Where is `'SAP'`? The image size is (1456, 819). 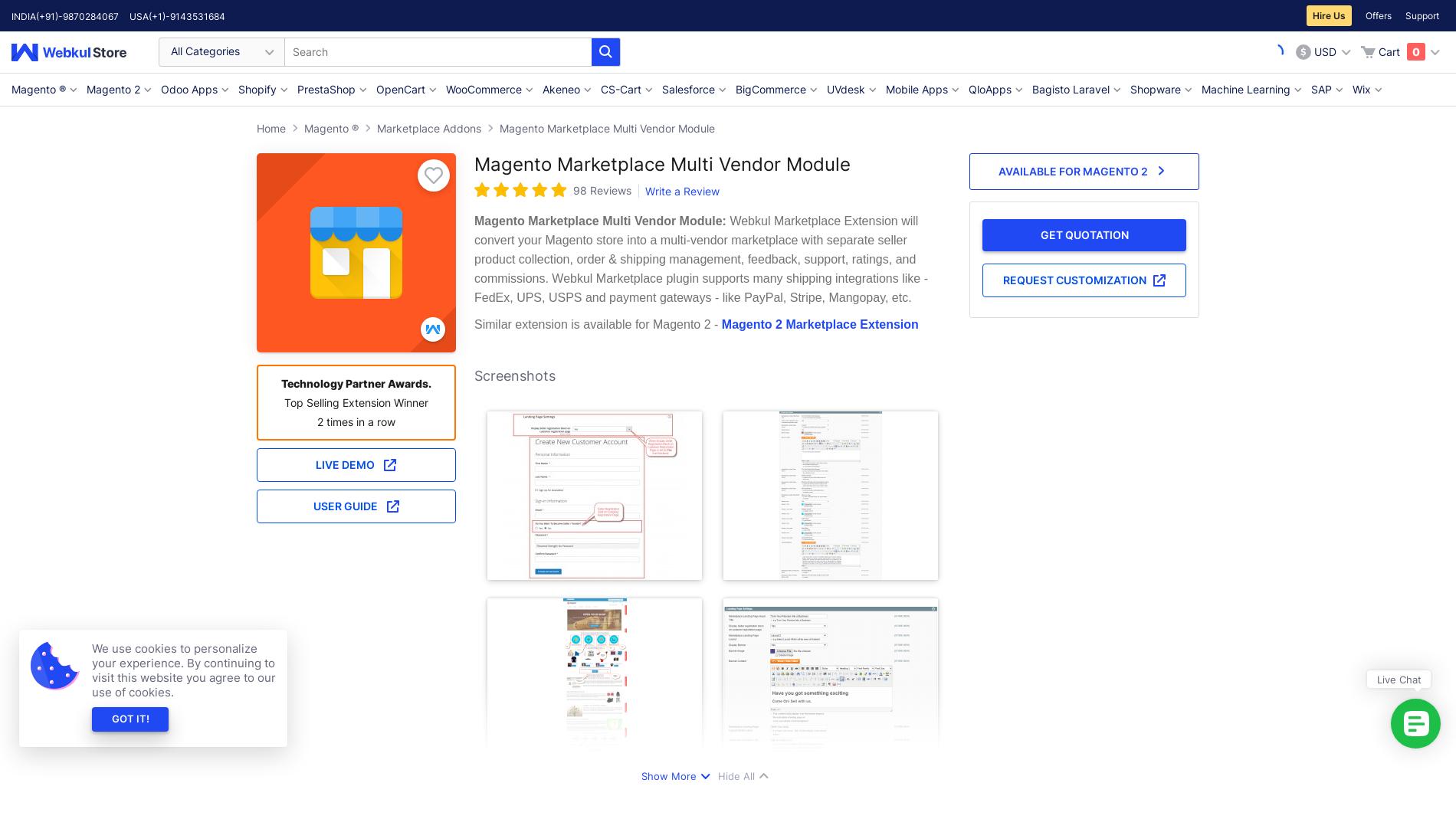
'SAP' is located at coordinates (1310, 89).